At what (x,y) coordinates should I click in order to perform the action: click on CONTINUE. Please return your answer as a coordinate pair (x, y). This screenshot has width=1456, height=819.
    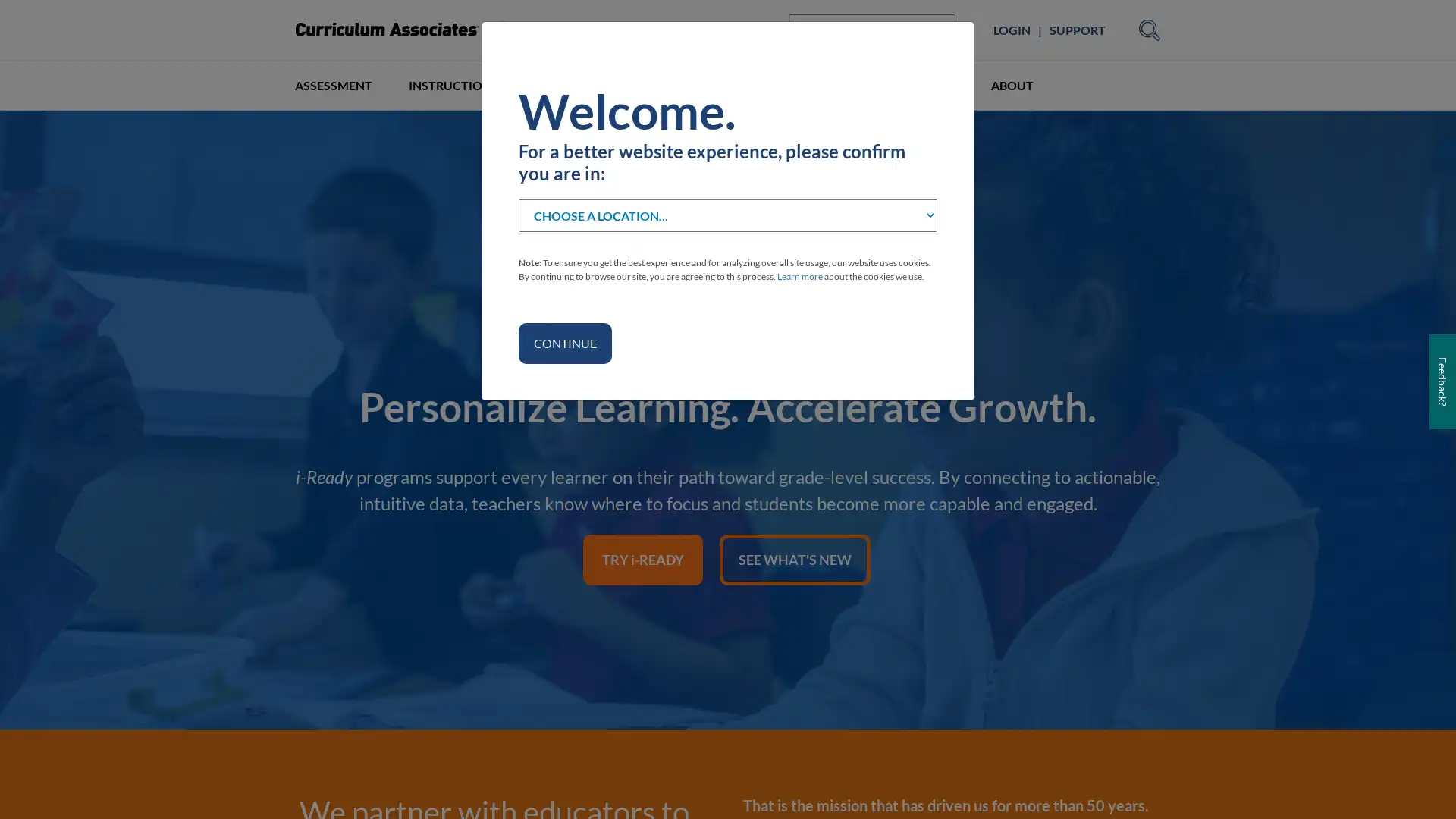
    Looking at the image, I should click on (564, 343).